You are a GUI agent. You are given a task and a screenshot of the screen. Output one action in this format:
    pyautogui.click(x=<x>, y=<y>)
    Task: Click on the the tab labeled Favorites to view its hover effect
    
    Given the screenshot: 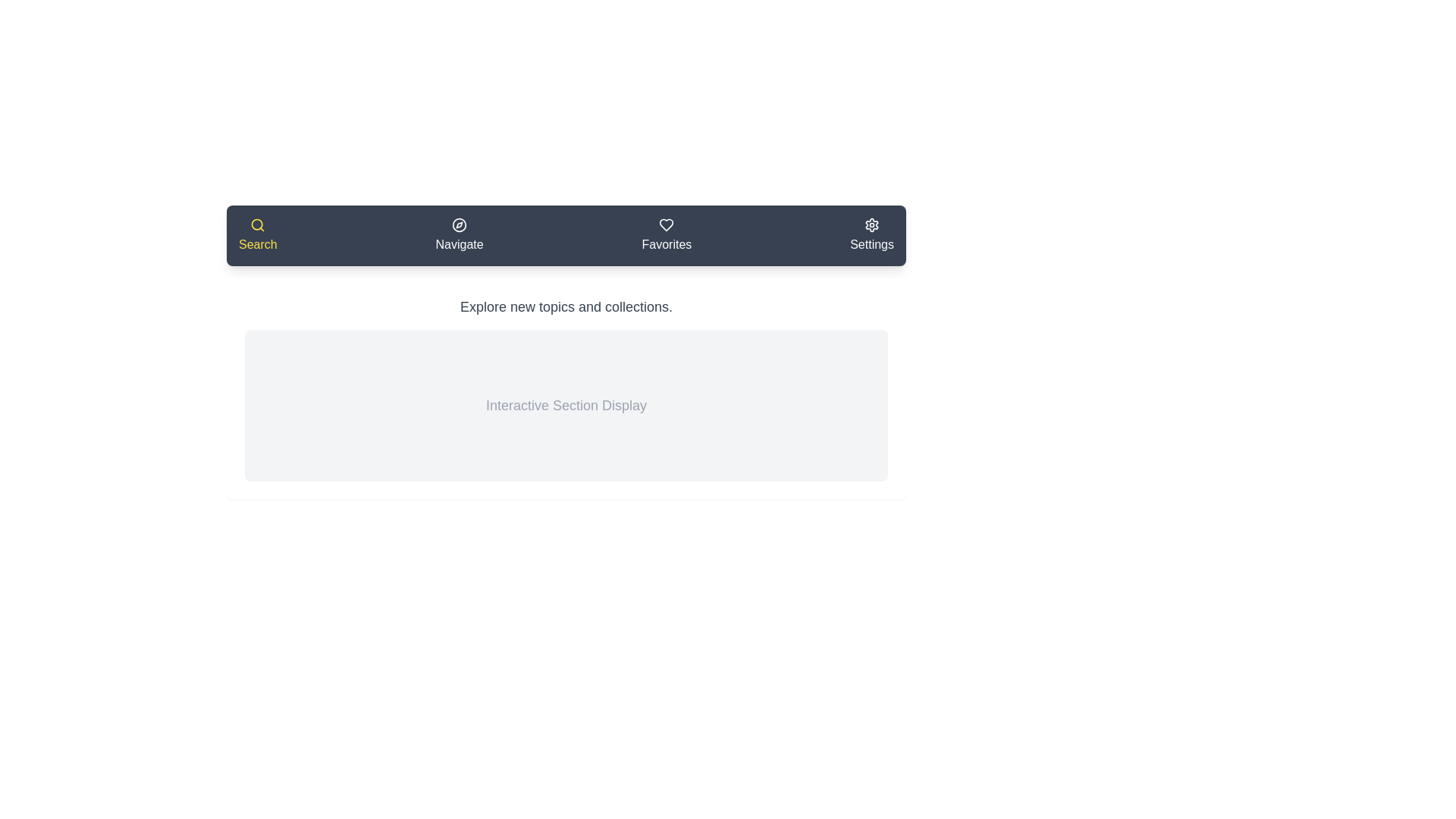 What is the action you would take?
    pyautogui.click(x=666, y=236)
    